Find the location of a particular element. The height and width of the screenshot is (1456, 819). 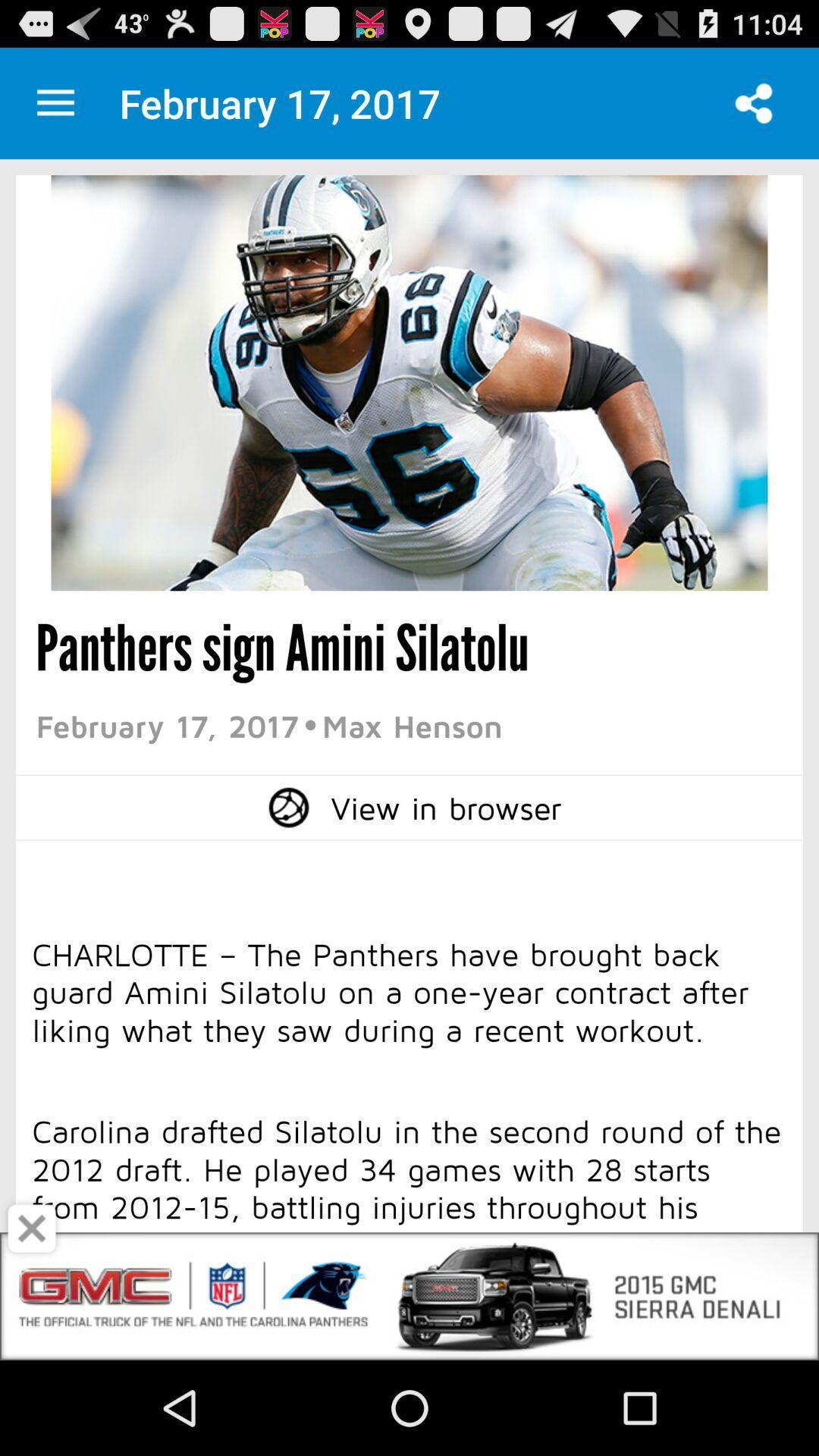

page is located at coordinates (32, 1228).